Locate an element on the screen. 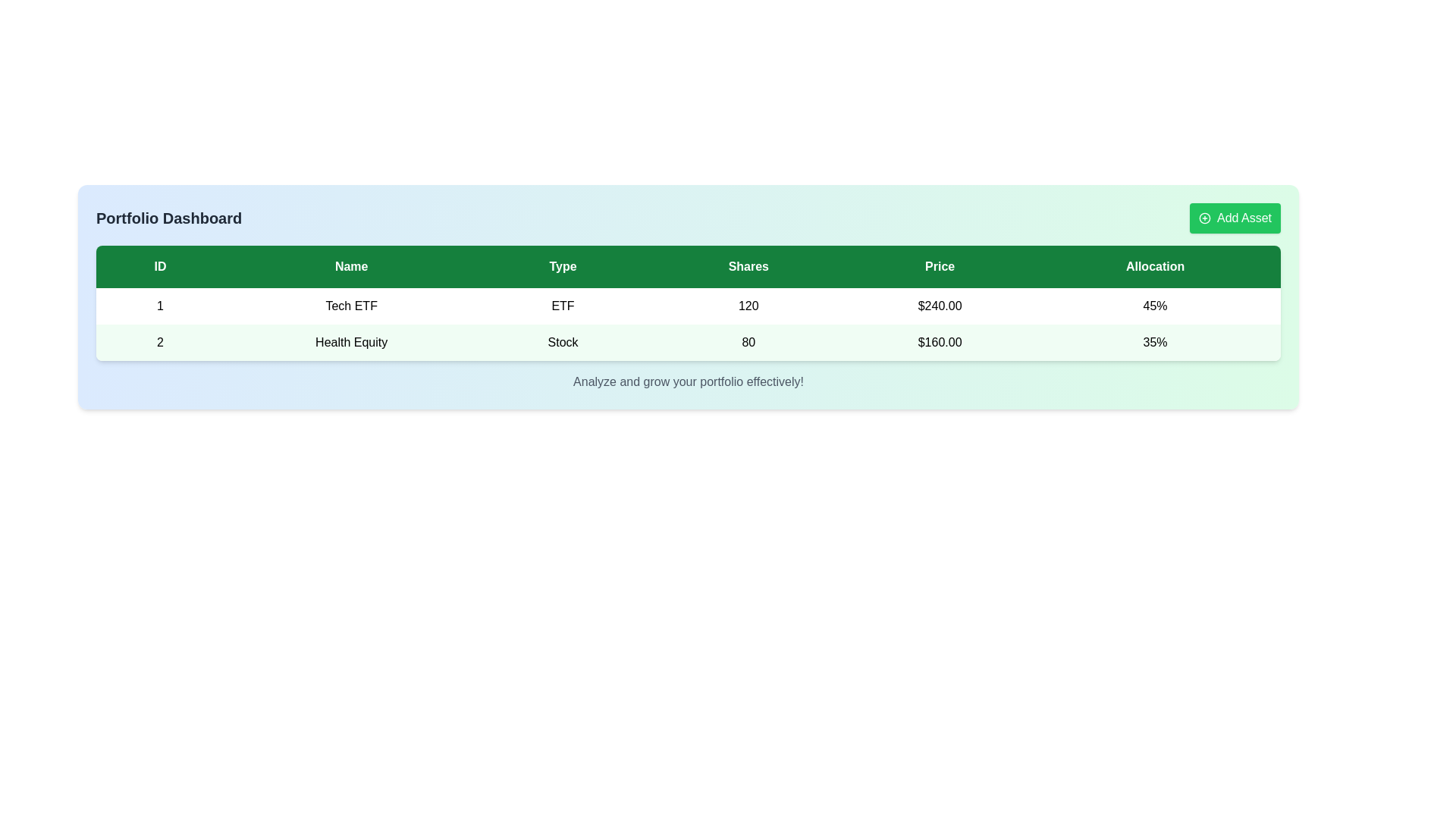 This screenshot has width=1456, height=819. the 'Name' table header, which is the second header in a row of six is located at coordinates (350, 265).